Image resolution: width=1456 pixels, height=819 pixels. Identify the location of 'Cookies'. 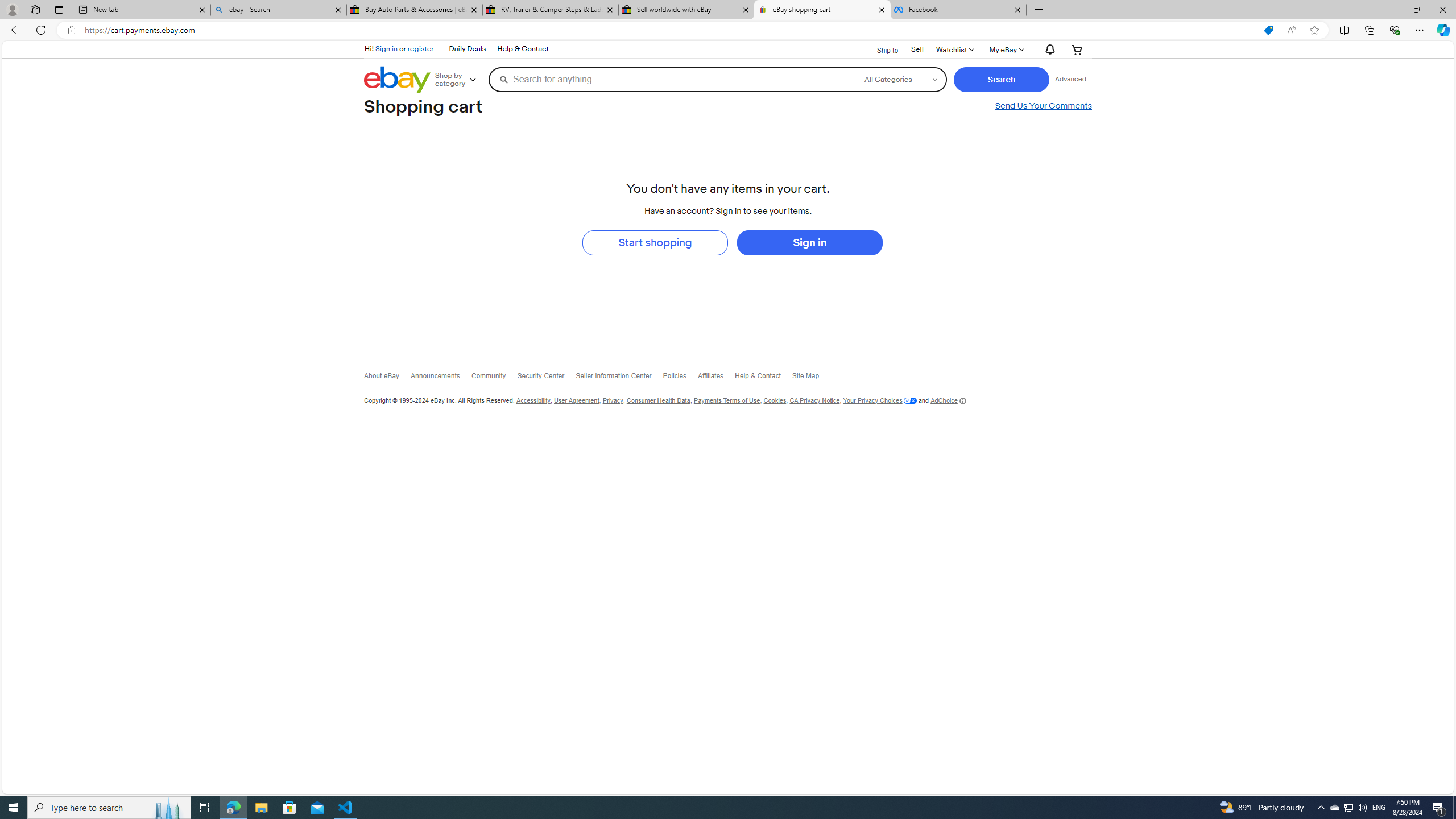
(774, 400).